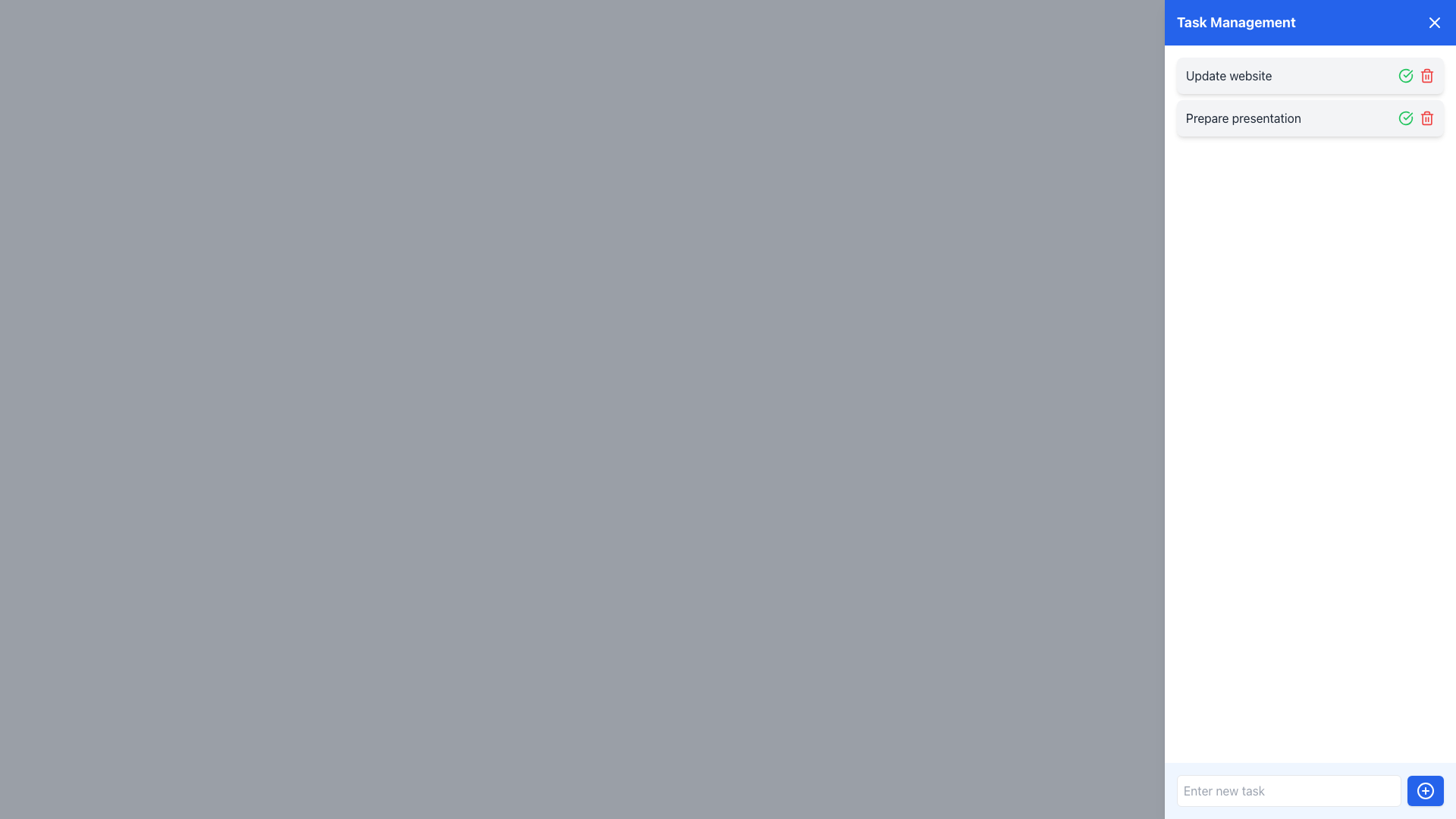  What do you see at coordinates (1243, 117) in the screenshot?
I see `the static text label displaying the title 'Prepare presentation', which is the second task item in the list below 'Update website'` at bounding box center [1243, 117].